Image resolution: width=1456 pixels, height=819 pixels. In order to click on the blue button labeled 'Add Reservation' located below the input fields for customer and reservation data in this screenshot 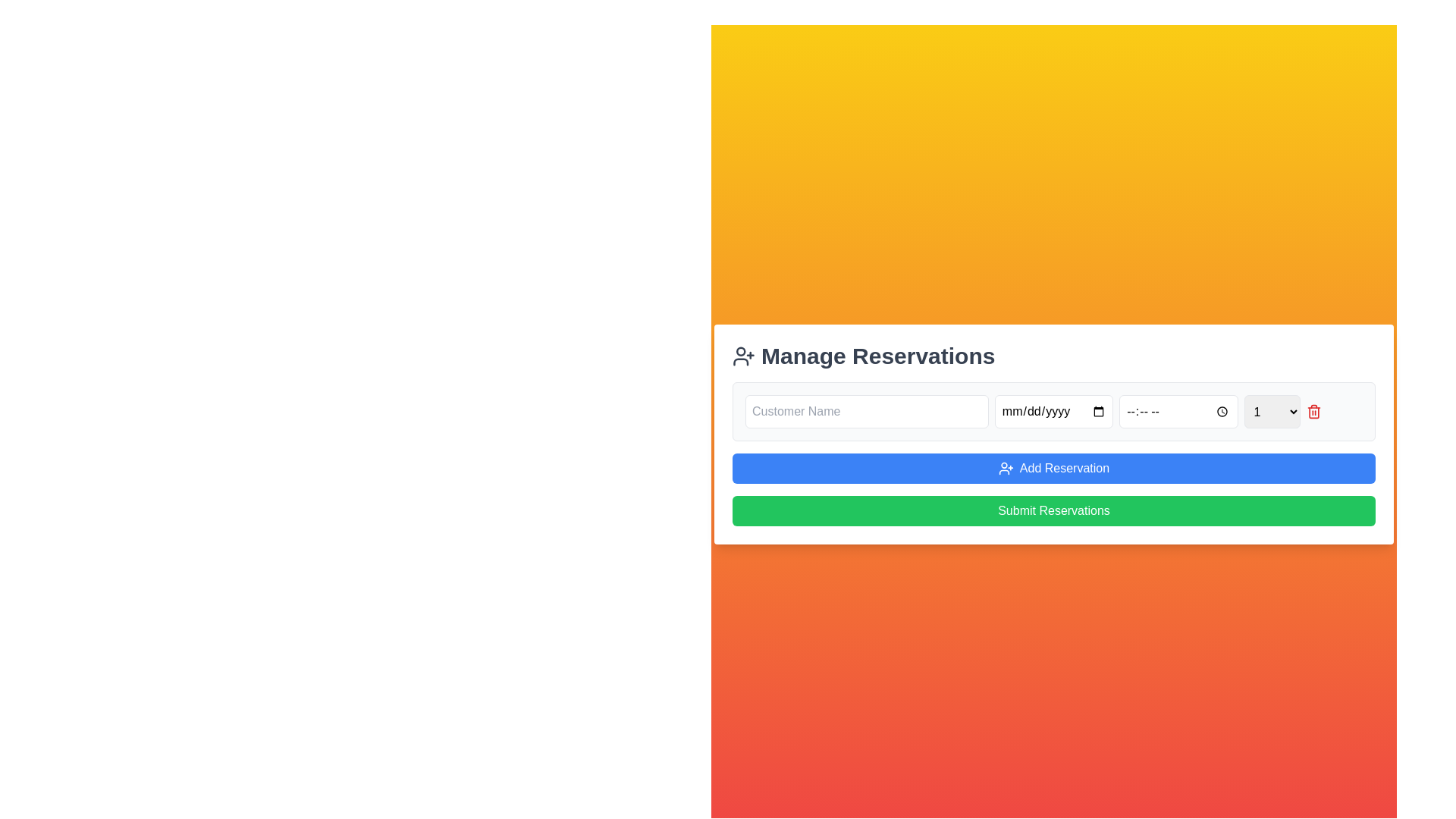, I will do `click(1053, 453)`.